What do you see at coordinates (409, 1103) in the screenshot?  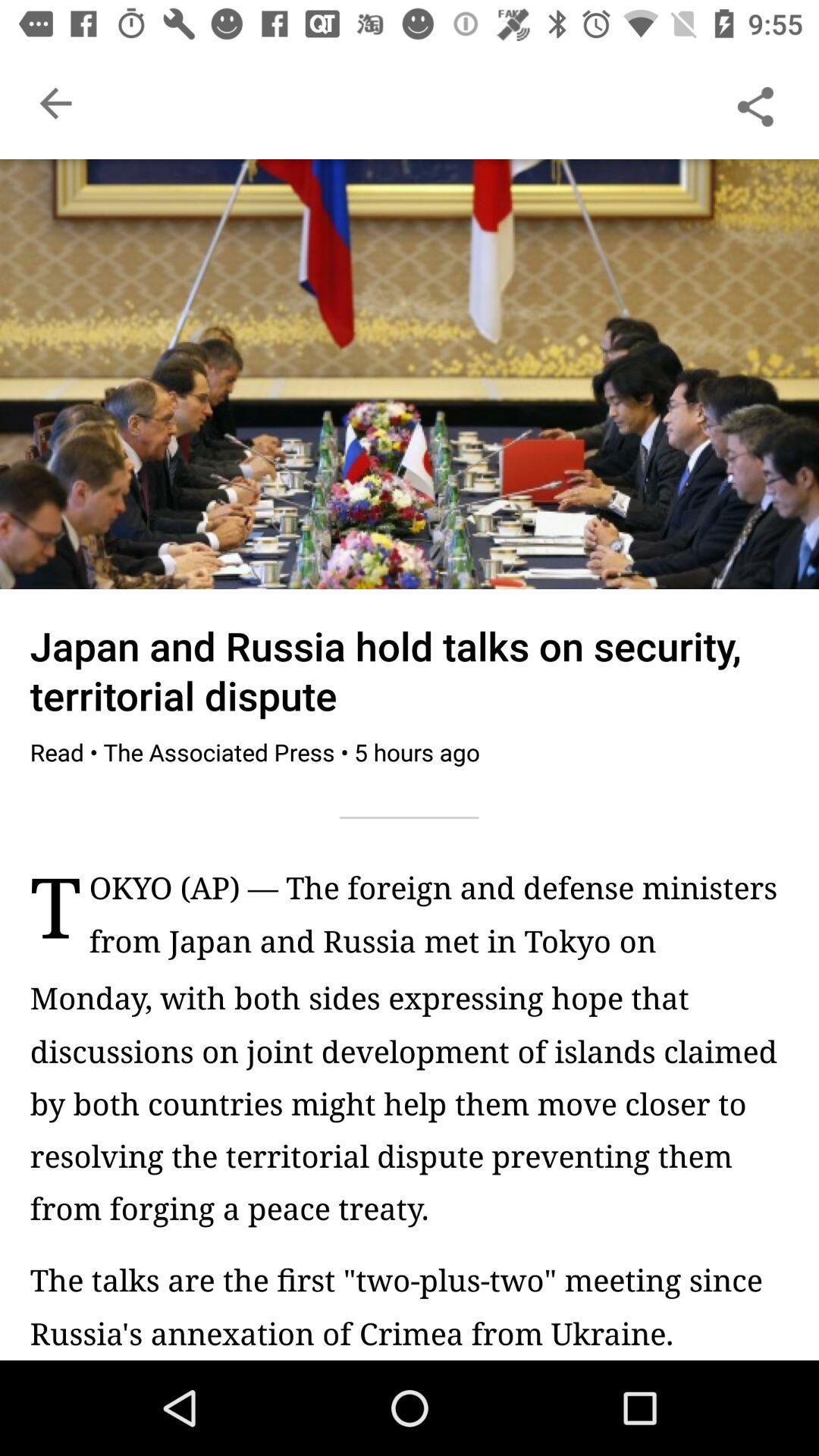 I see `the monday with both item` at bounding box center [409, 1103].